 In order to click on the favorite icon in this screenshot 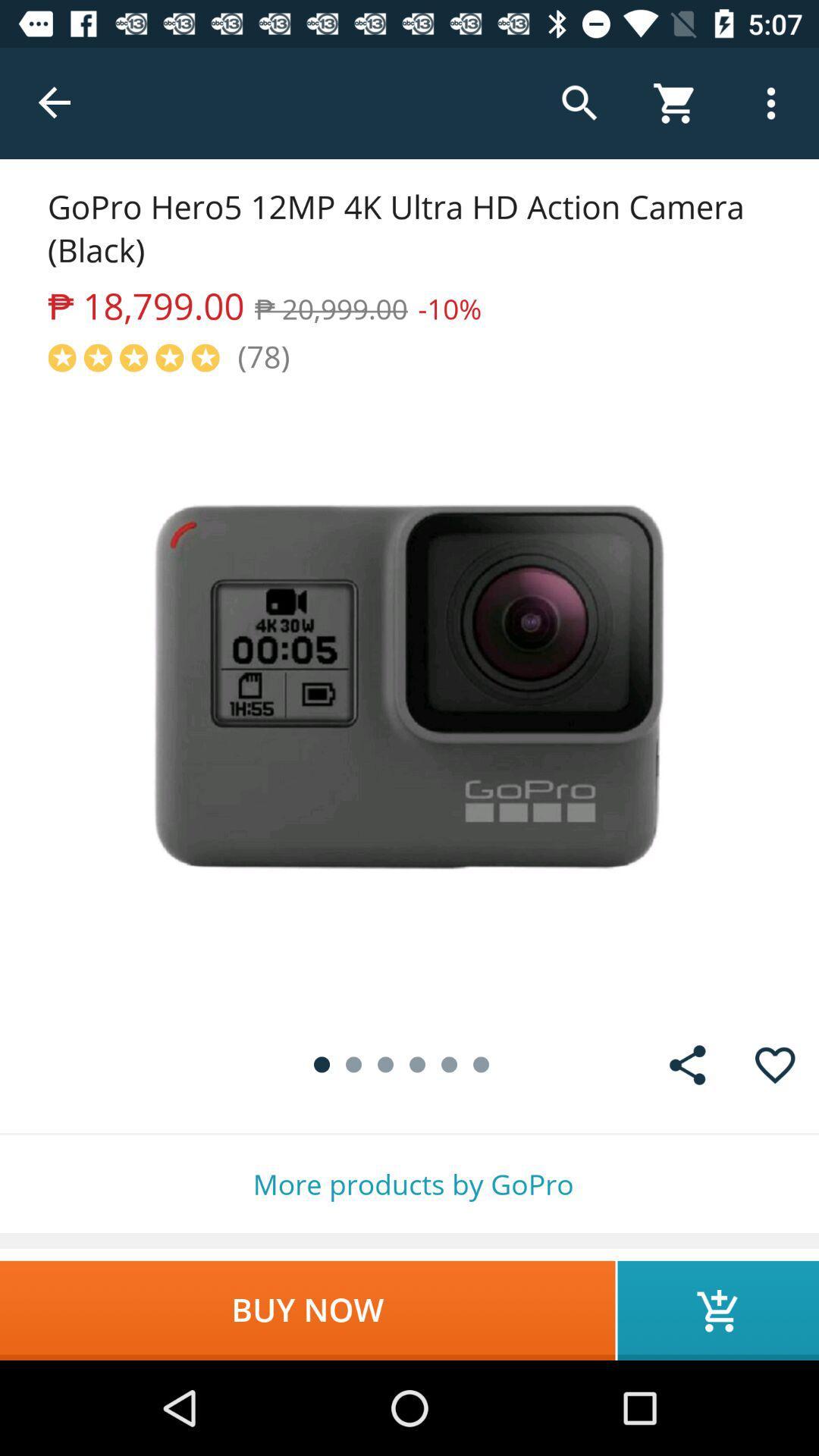, I will do `click(775, 1064)`.